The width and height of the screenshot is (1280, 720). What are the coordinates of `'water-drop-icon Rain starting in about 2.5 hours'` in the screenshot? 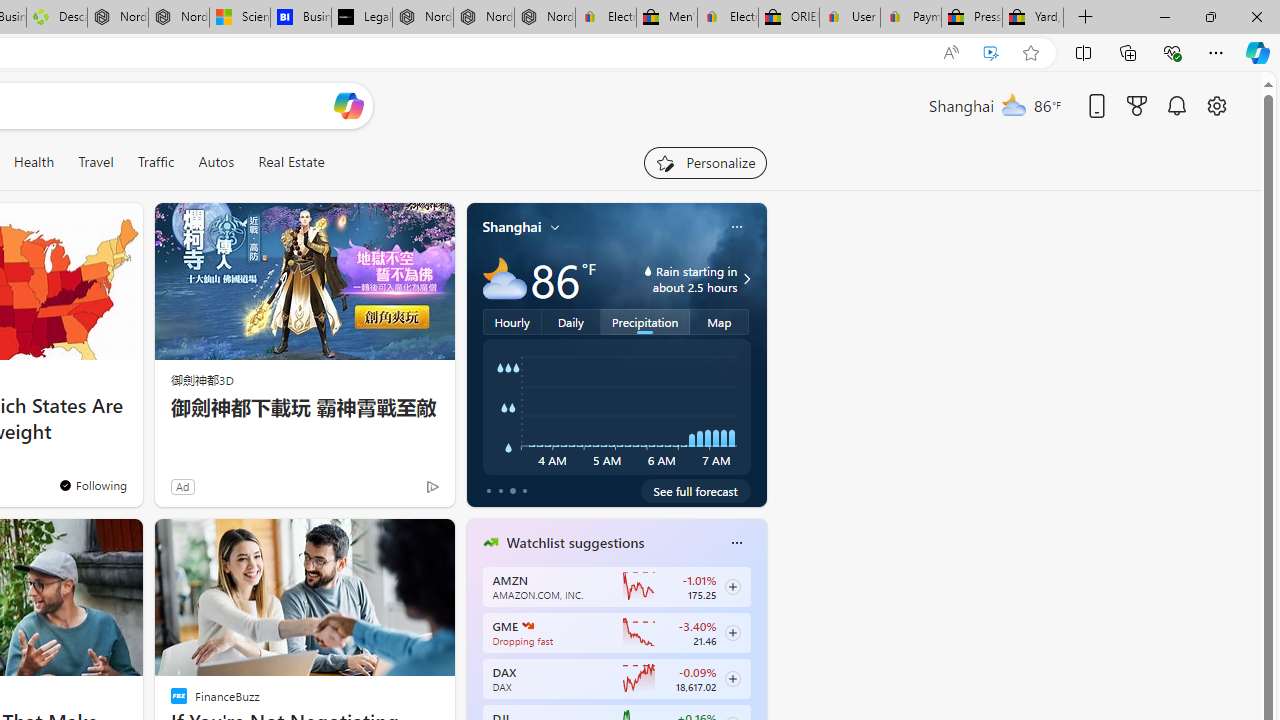 It's located at (674, 279).